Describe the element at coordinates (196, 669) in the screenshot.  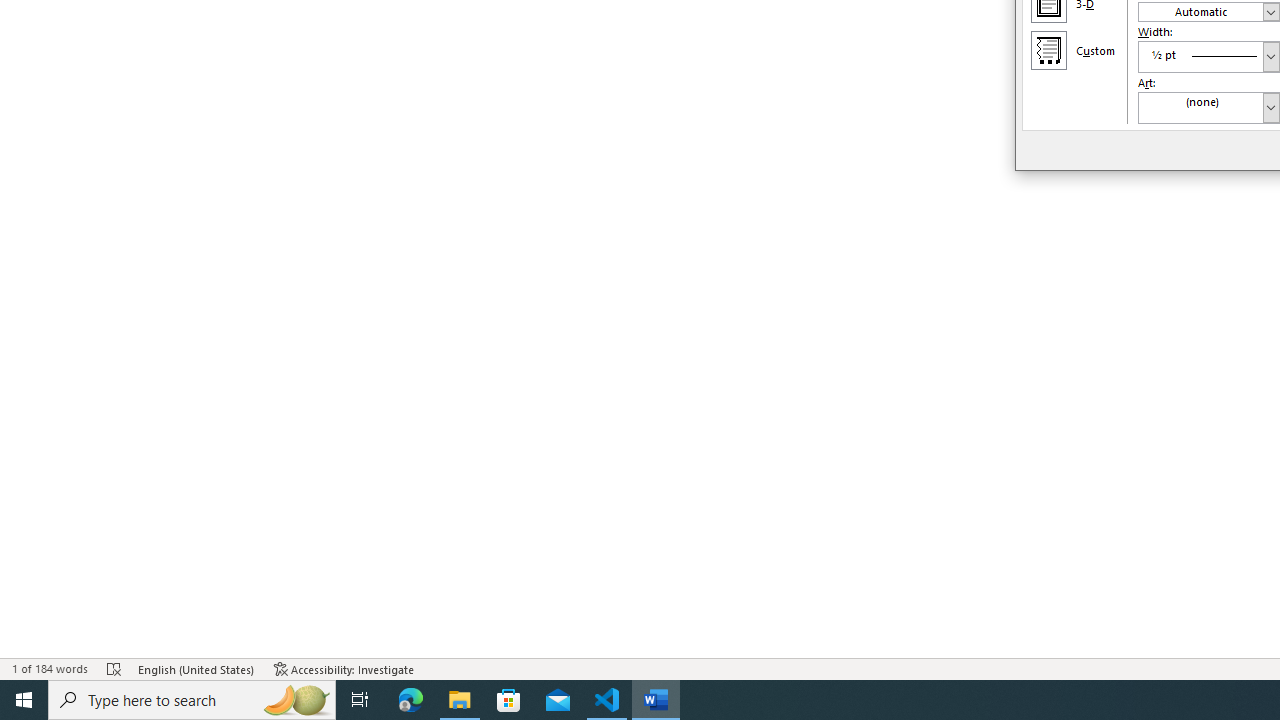
I see `'Language English (United States)'` at that location.